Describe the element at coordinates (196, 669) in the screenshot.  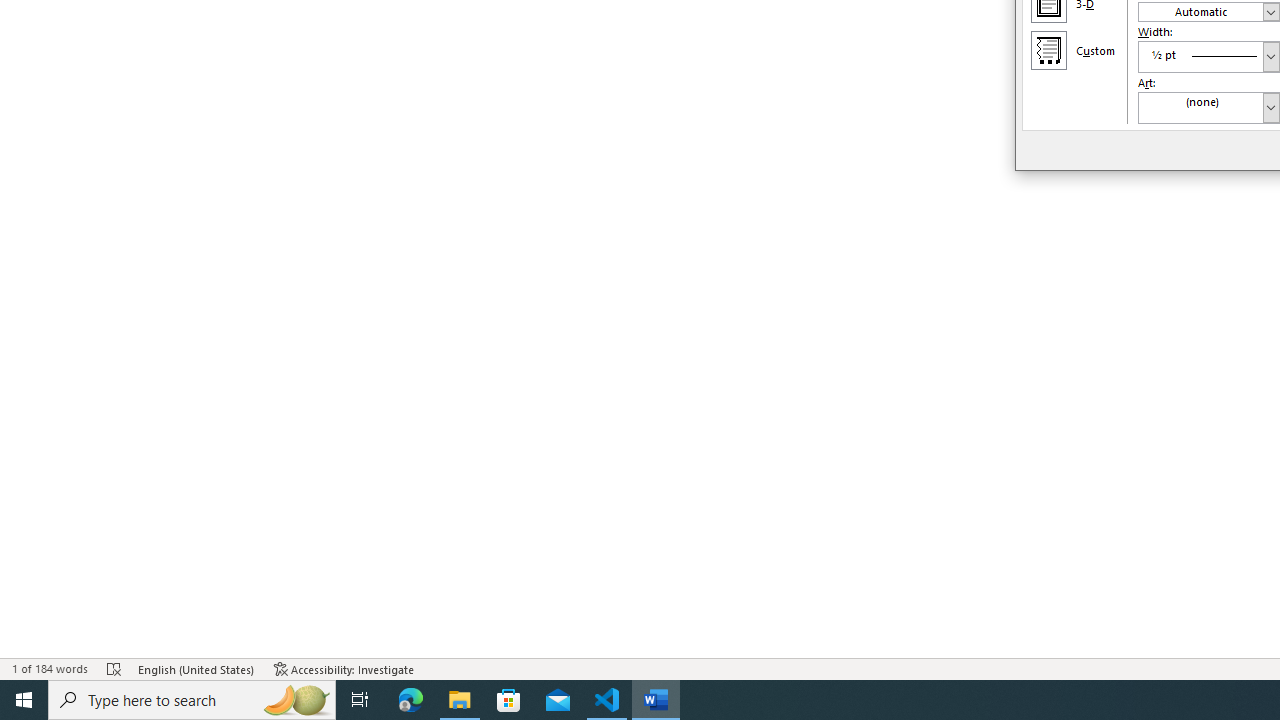
I see `'Language English (United States)'` at that location.